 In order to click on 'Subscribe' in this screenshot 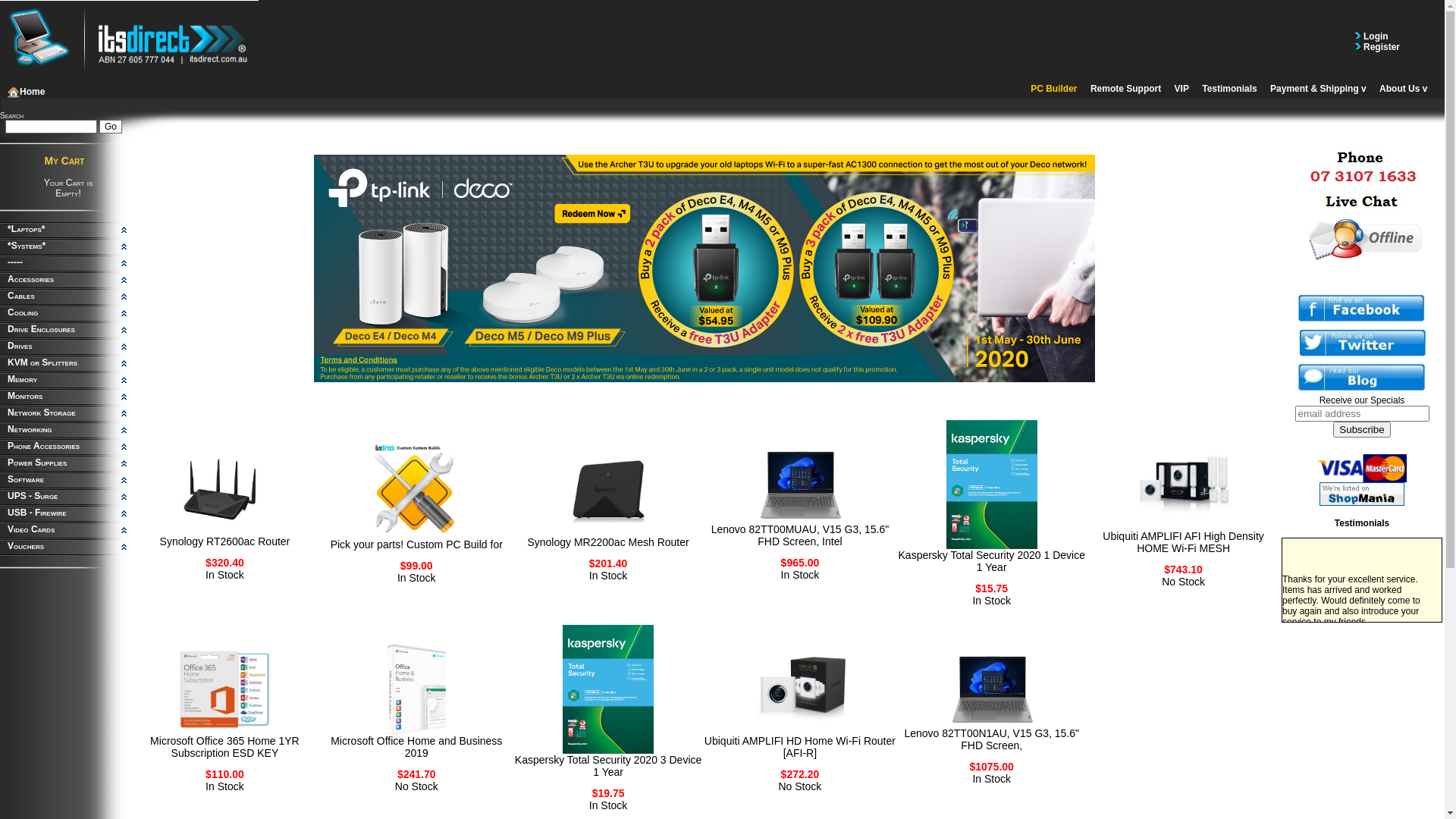, I will do `click(1361, 429)`.